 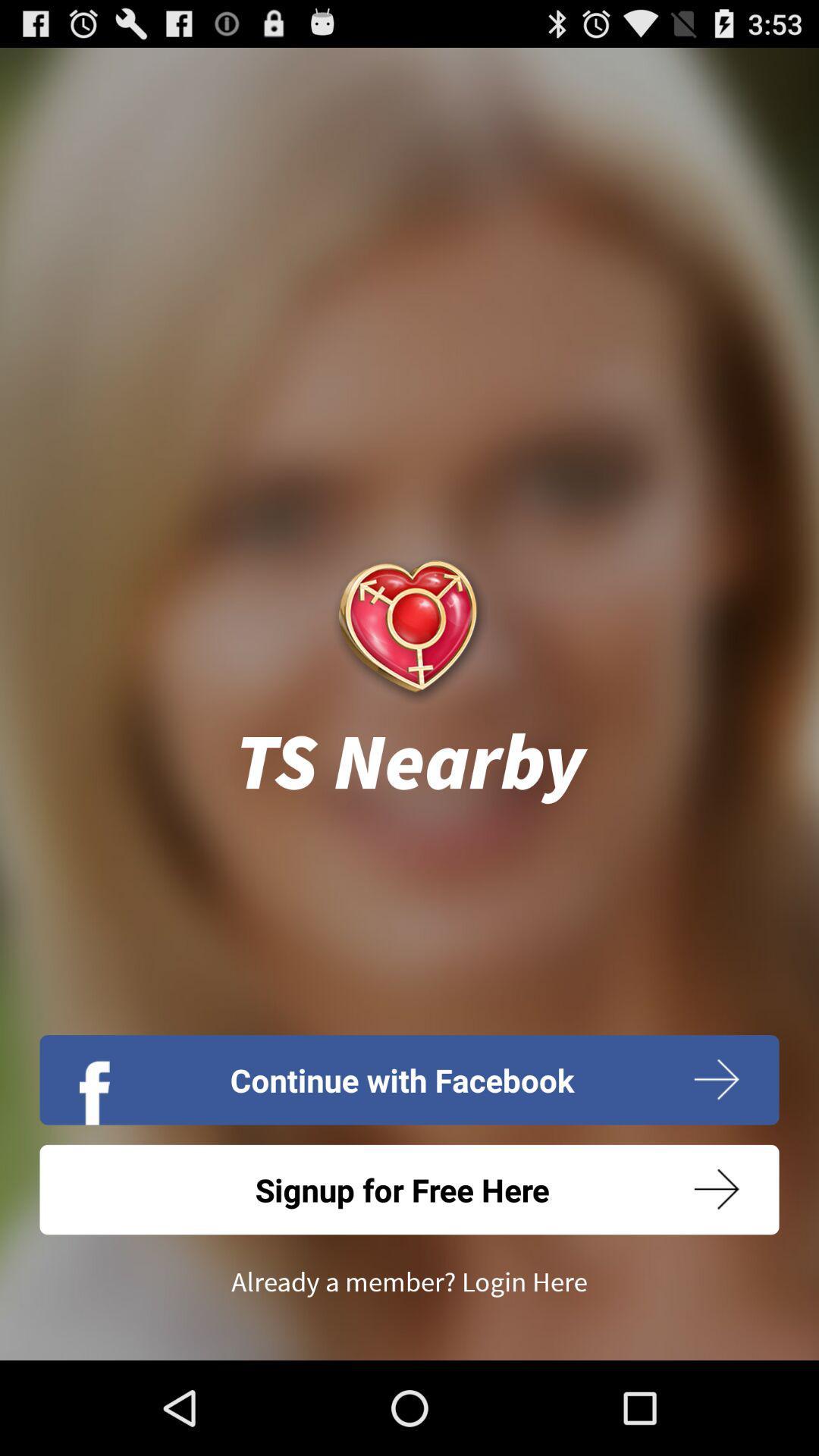 I want to click on already a member, so click(x=409, y=1282).